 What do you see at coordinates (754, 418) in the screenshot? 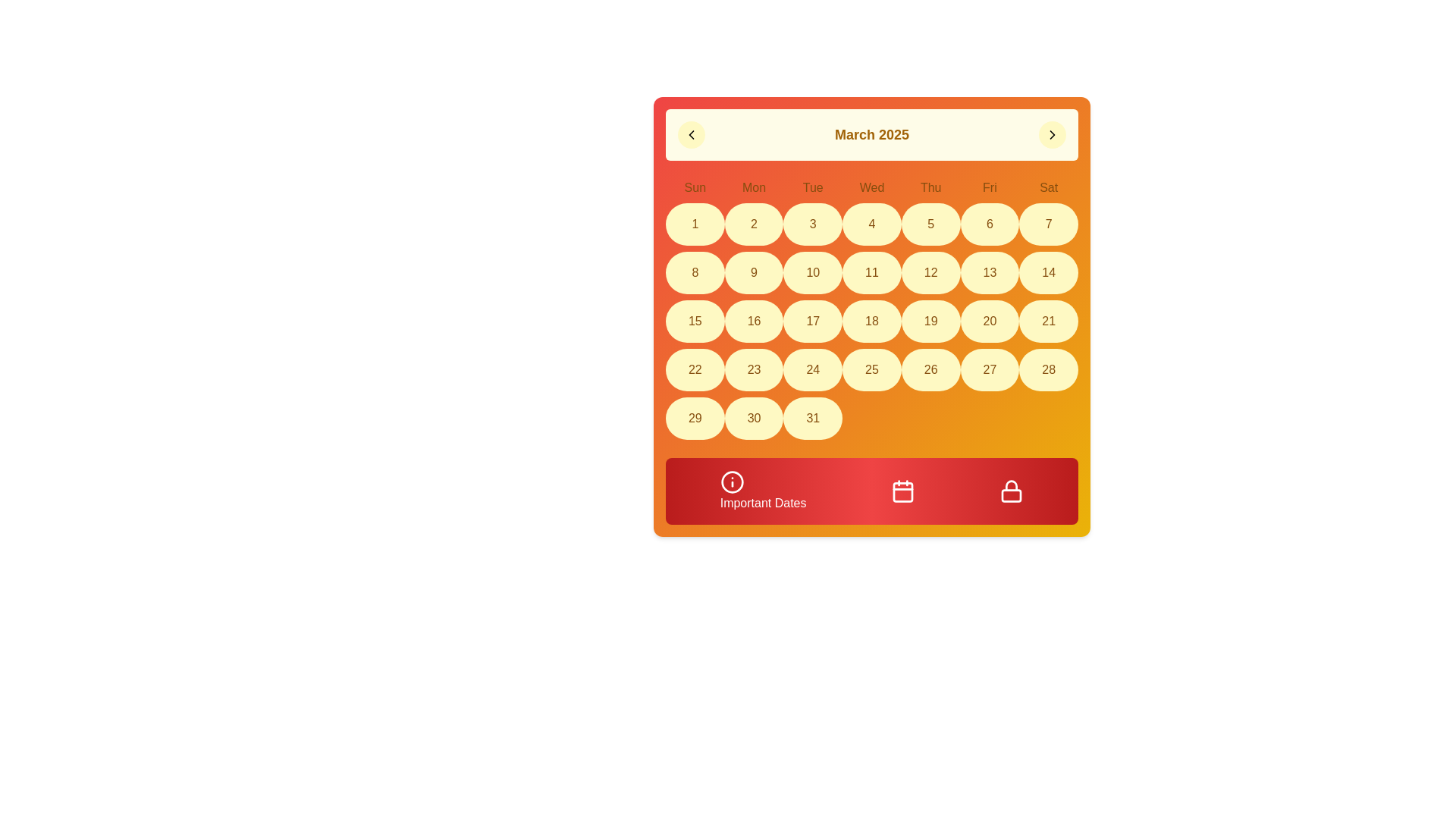
I see `the circular button displaying '30' with a light yellow background in the March 2025 calendar grid` at bounding box center [754, 418].